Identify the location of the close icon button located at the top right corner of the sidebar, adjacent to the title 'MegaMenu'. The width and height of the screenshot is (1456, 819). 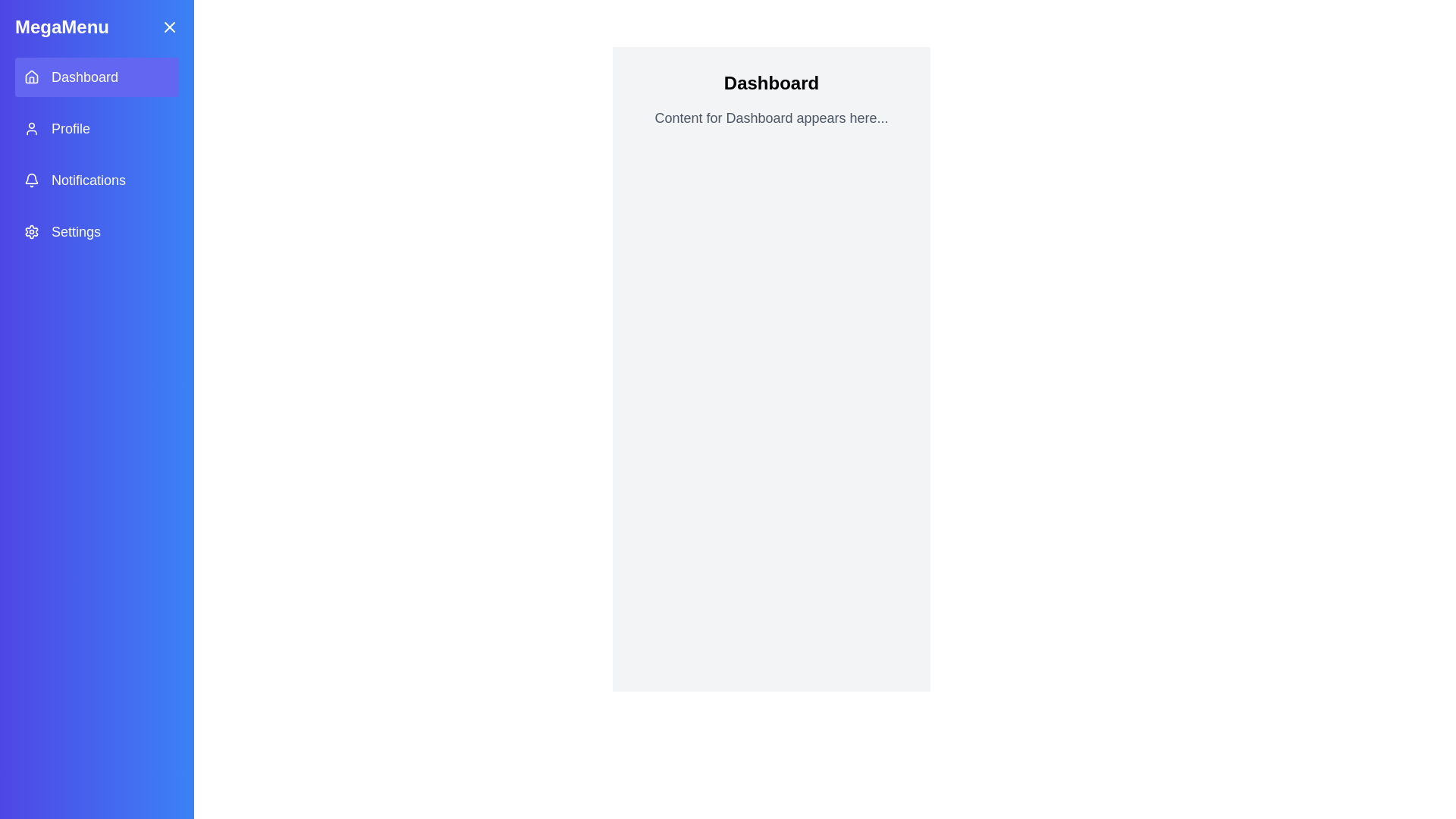
(170, 27).